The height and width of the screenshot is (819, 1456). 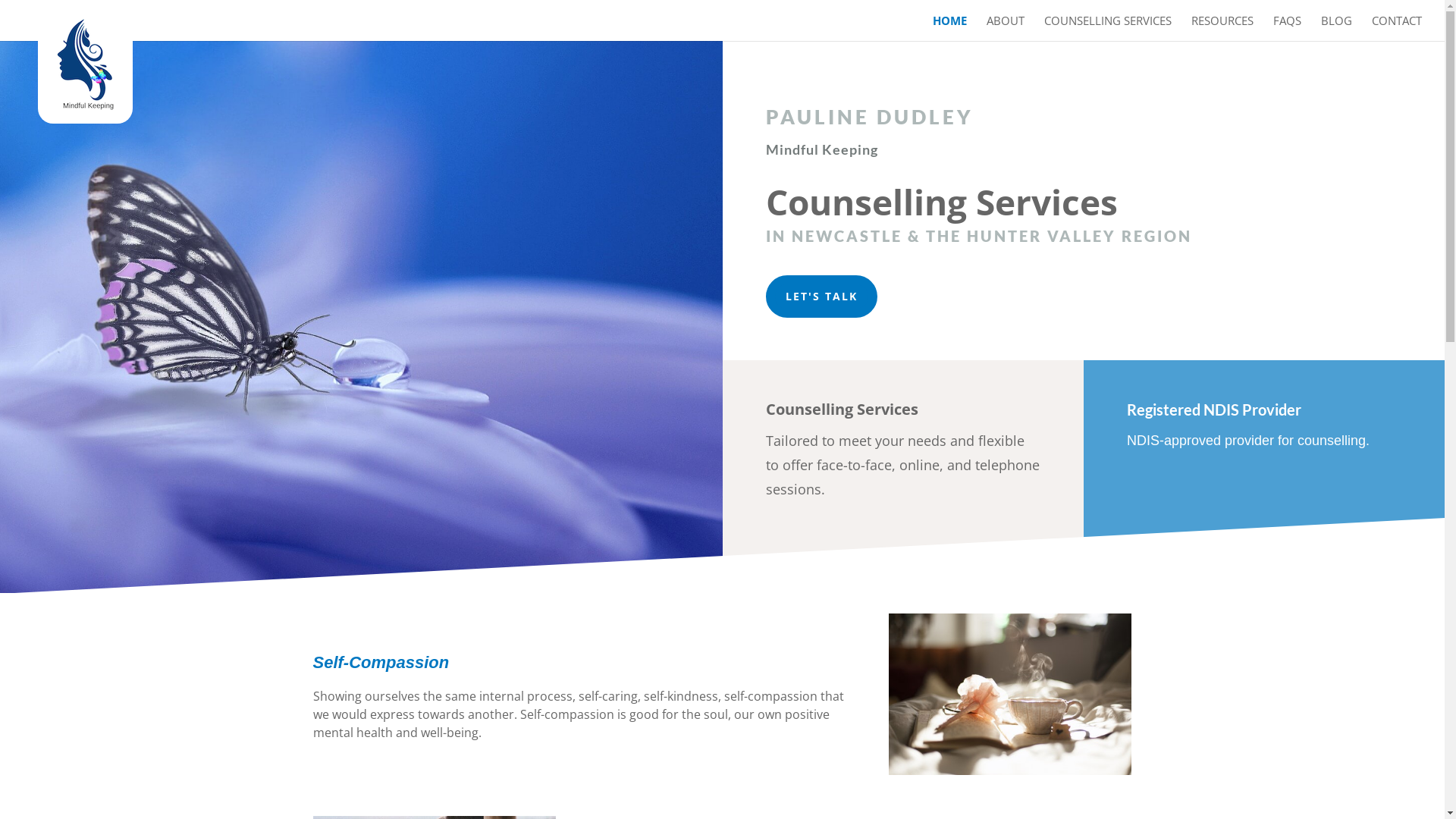 What do you see at coordinates (1005, 28) in the screenshot?
I see `'ABOUT'` at bounding box center [1005, 28].